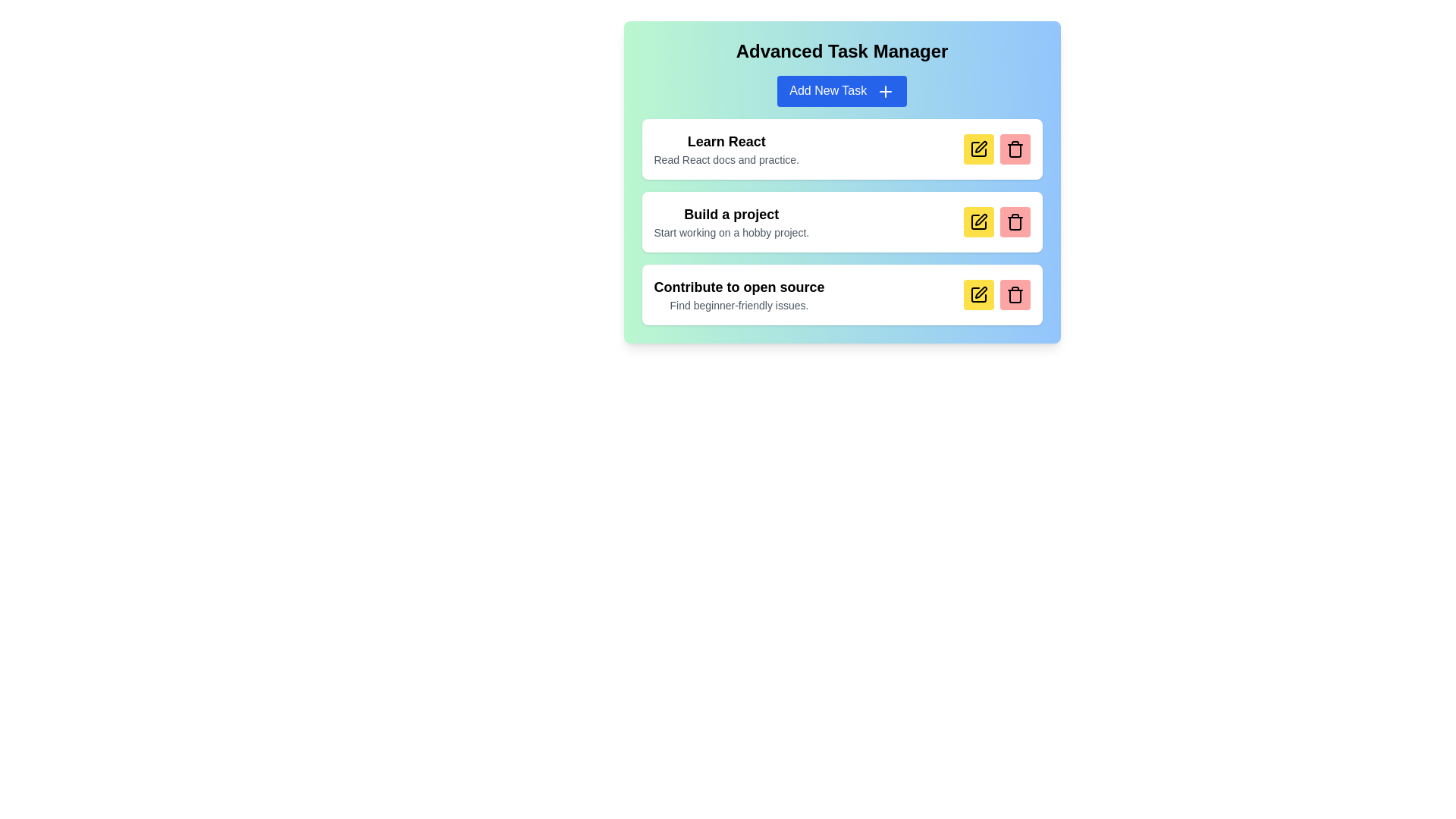  Describe the element at coordinates (1015, 294) in the screenshot. I see `the delete button for the task titled Contribute to open source` at that location.